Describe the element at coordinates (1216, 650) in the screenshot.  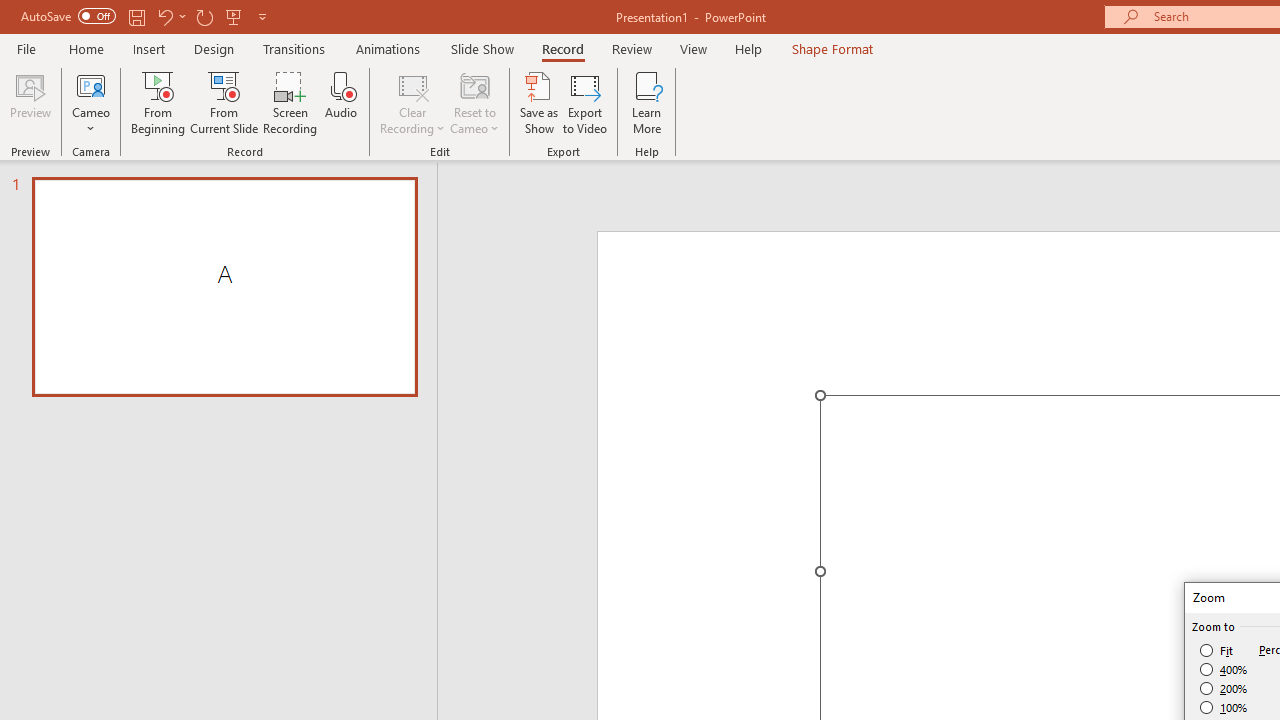
I see `'Fit'` at that location.